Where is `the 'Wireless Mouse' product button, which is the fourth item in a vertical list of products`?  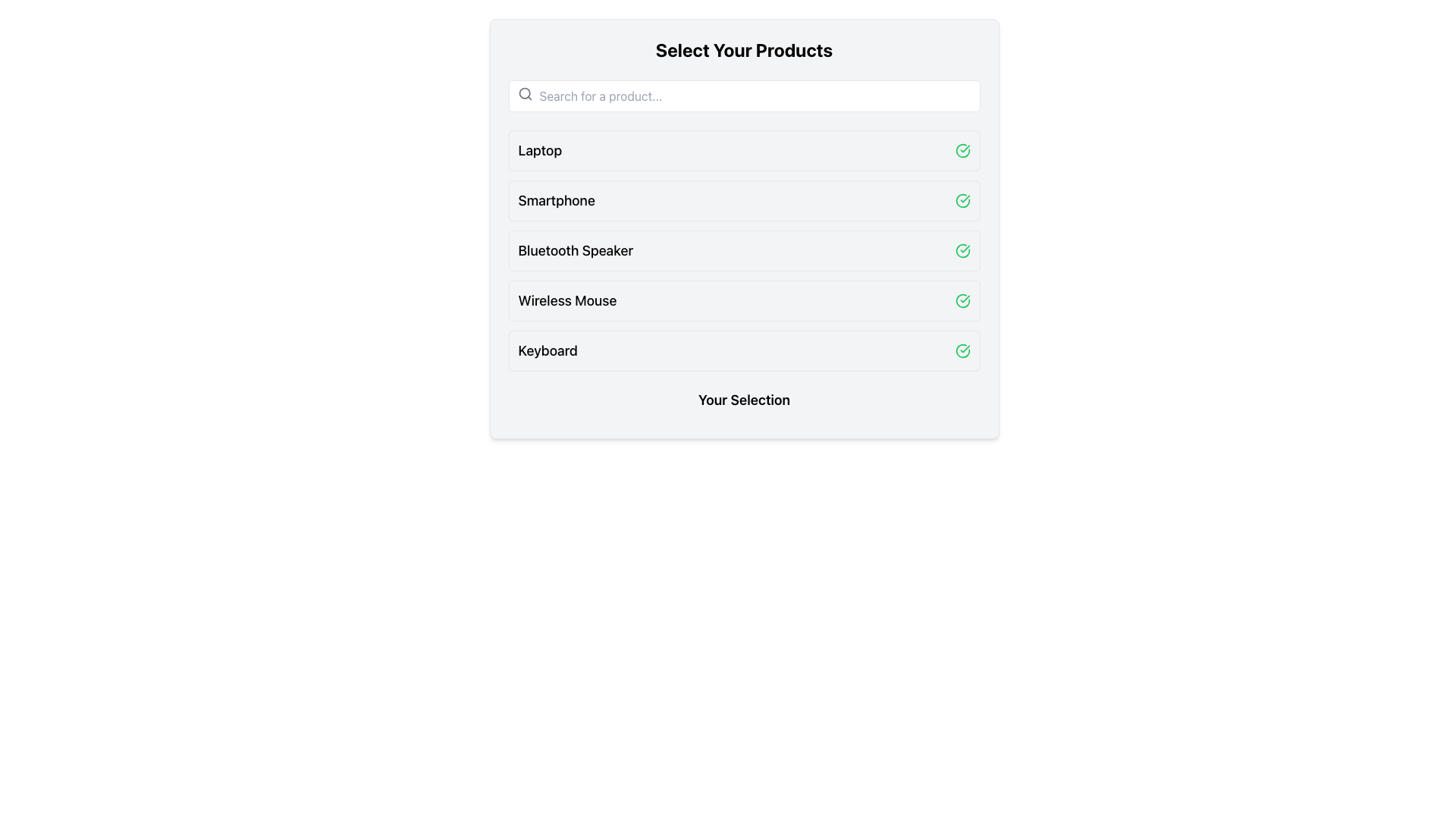 the 'Wireless Mouse' product button, which is the fourth item in a vertical list of products is located at coordinates (744, 301).